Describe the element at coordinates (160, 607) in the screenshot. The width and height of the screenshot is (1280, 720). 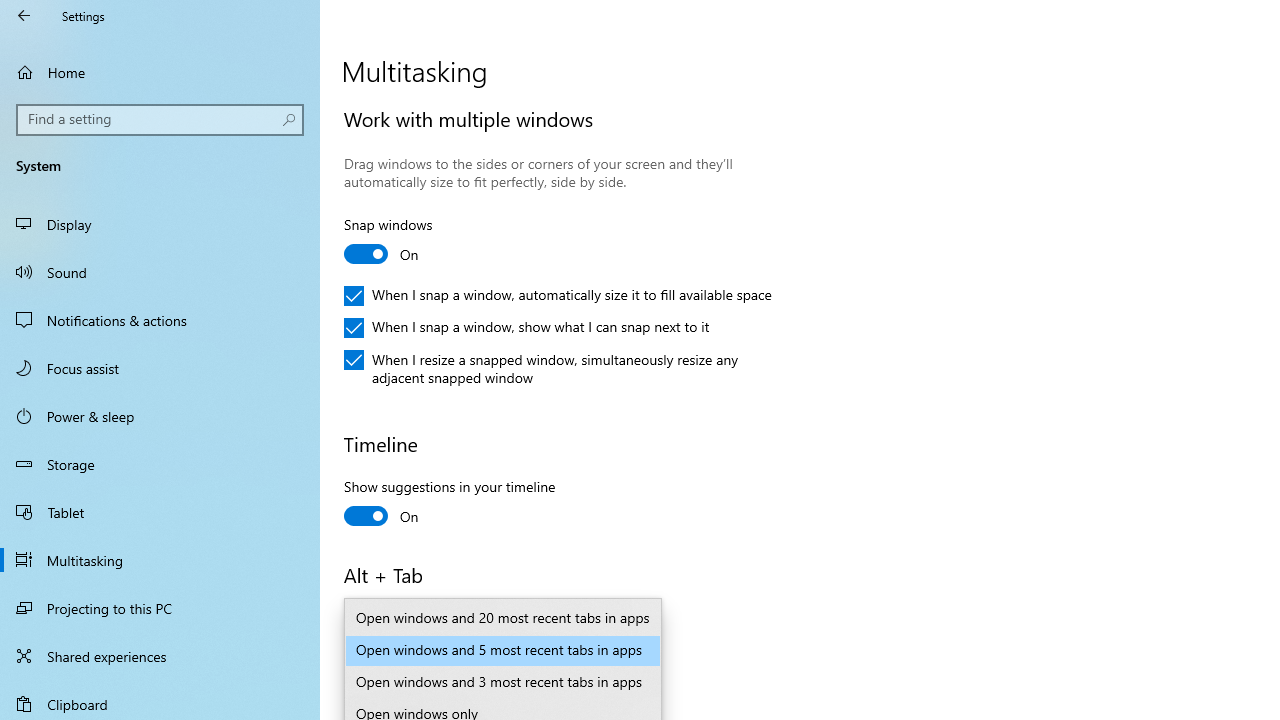
I see `'Projecting to this PC'` at that location.